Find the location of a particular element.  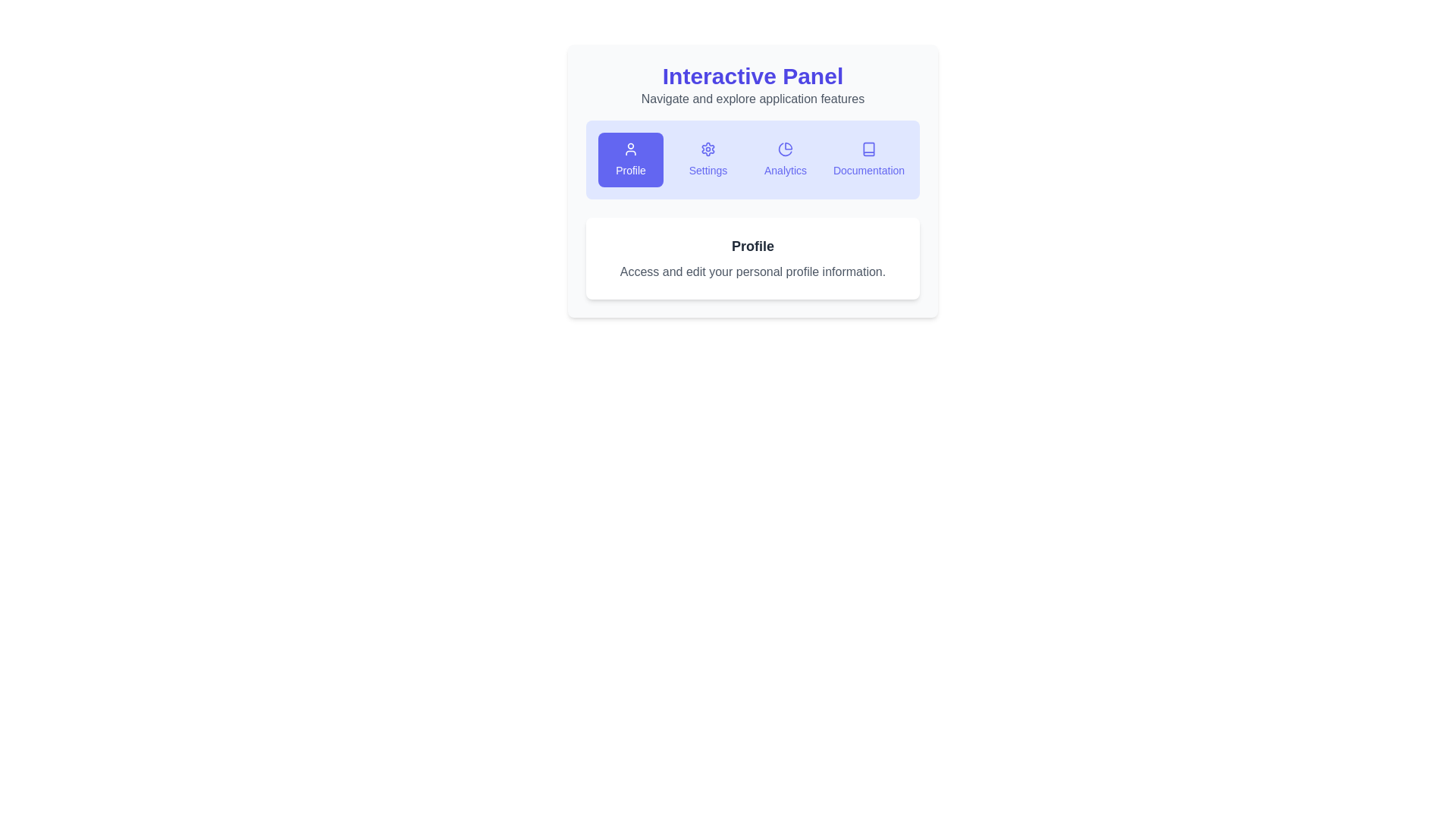

informational Text label located below the bold 'Profile' title in the white background card section labeled 'Profile' is located at coordinates (753, 271).